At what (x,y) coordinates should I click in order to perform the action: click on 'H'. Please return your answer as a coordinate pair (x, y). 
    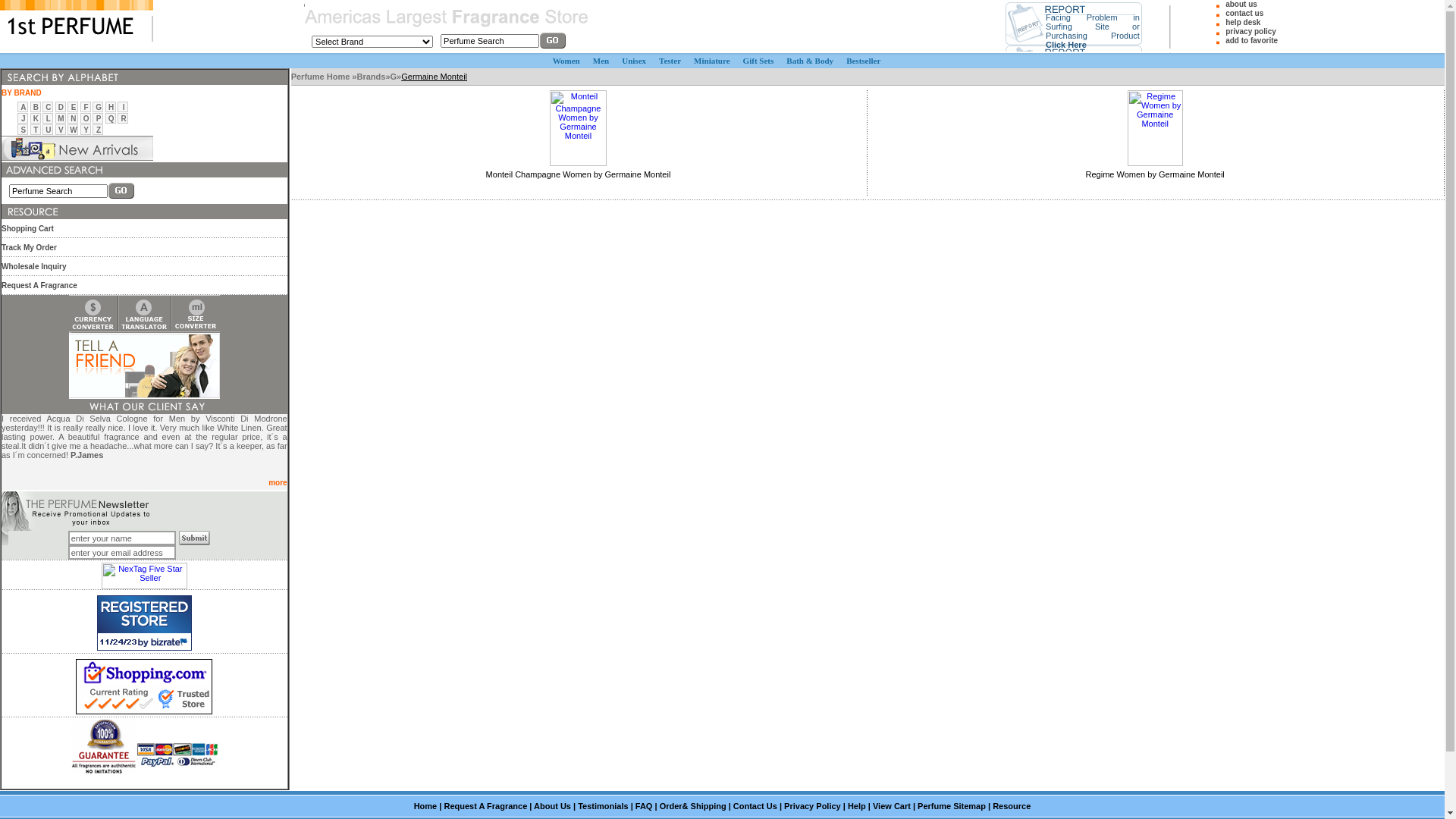
    Looking at the image, I should click on (110, 106).